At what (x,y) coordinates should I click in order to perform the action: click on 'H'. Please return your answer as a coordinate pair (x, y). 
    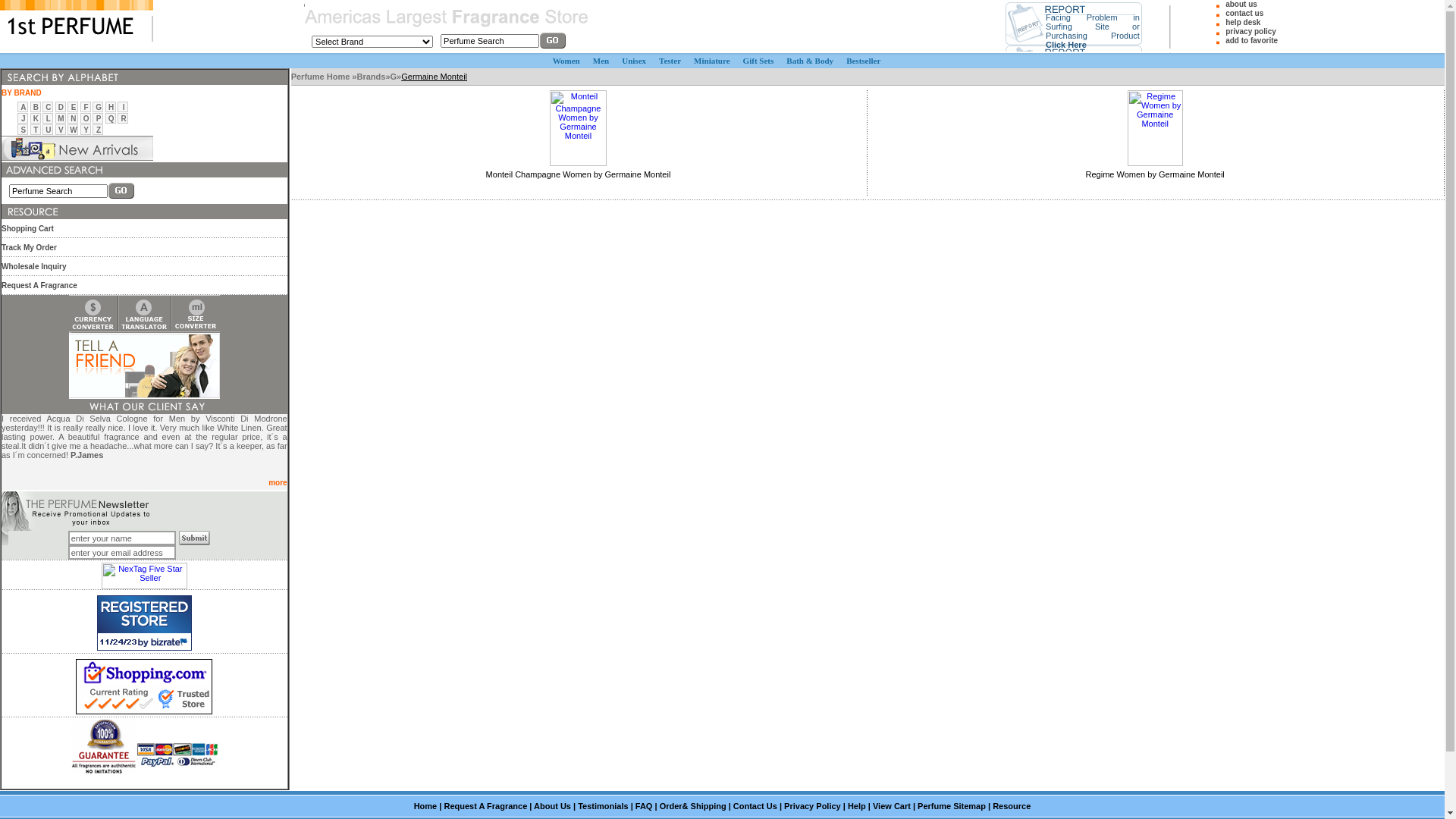
    Looking at the image, I should click on (110, 106).